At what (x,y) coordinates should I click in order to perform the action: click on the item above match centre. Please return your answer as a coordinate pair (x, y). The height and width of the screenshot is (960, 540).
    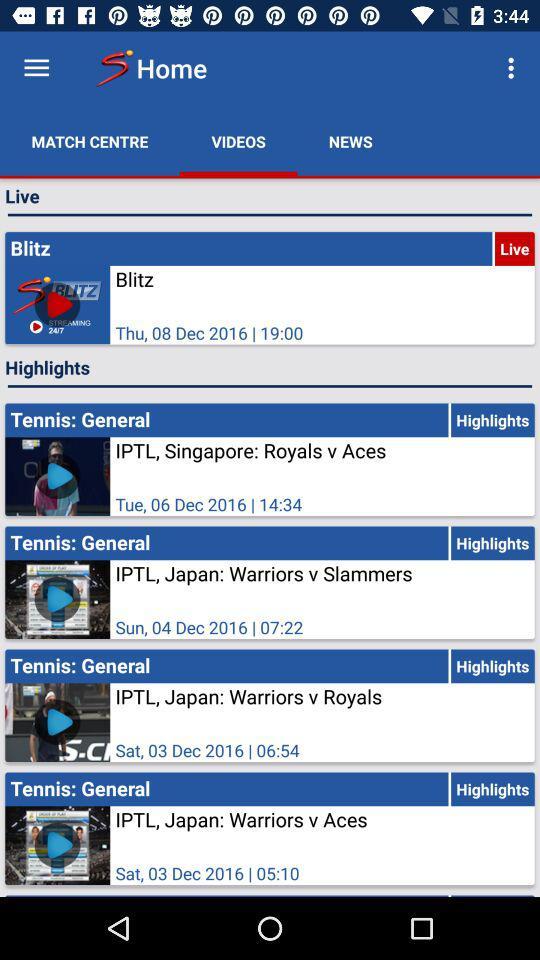
    Looking at the image, I should click on (36, 68).